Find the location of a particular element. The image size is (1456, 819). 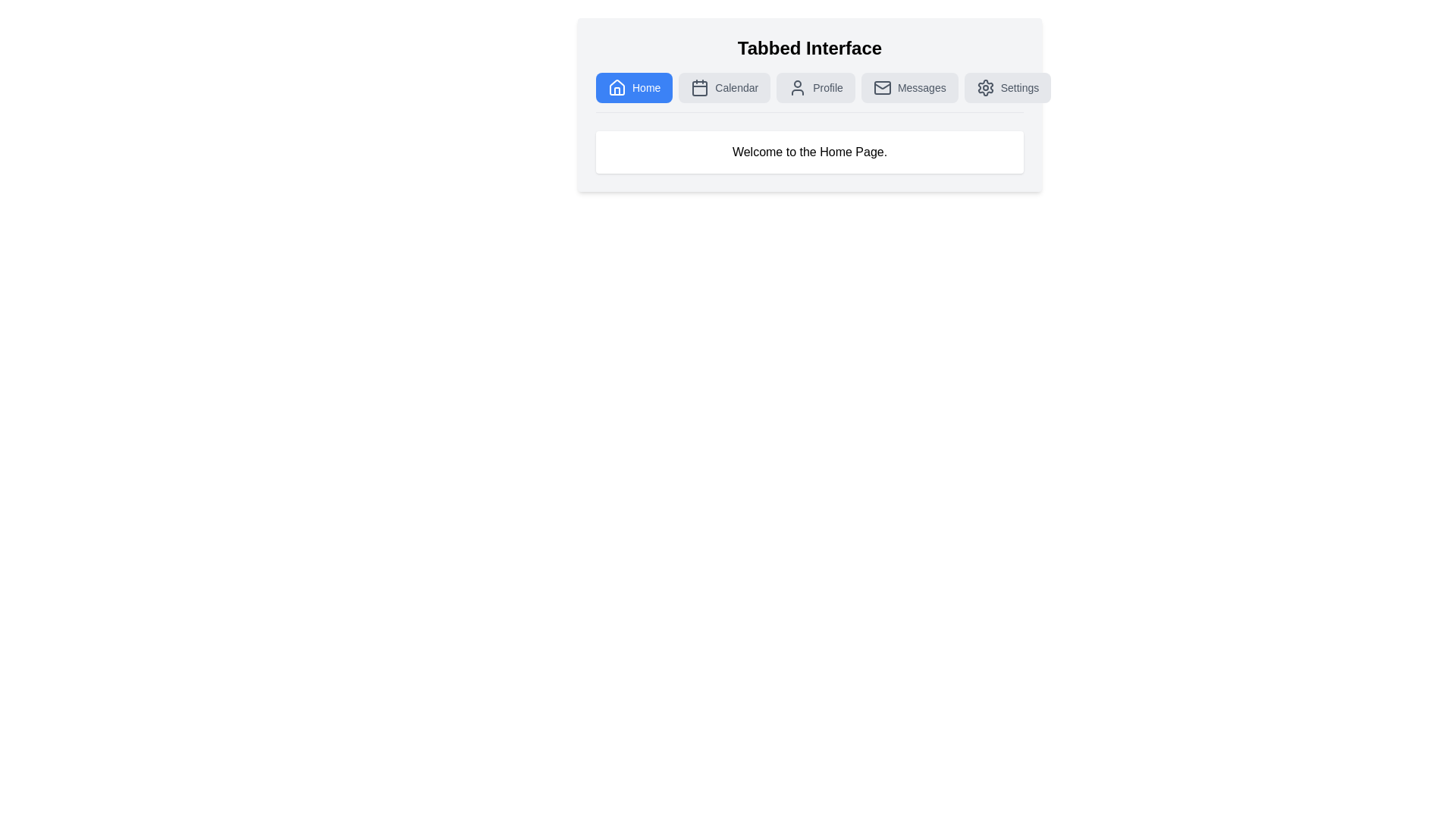

the rounded rectangular 'Home' button with a blue background and white text is located at coordinates (634, 87).